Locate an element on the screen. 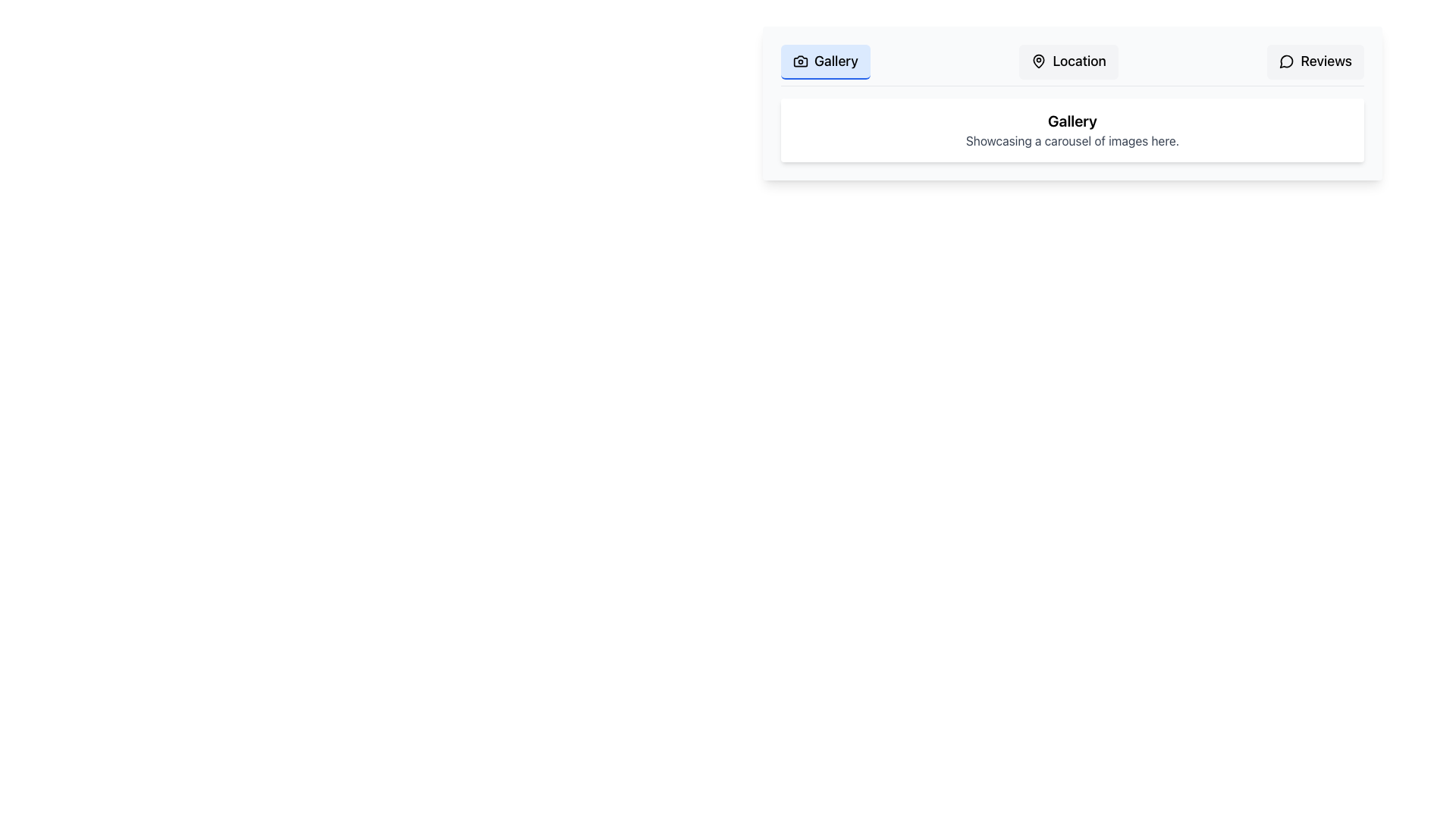 The width and height of the screenshot is (1456, 819). the 'Reviews' icon, which is part of the clickable button labeled 'Reviews' located in the top-right corner of the layout is located at coordinates (1286, 61).